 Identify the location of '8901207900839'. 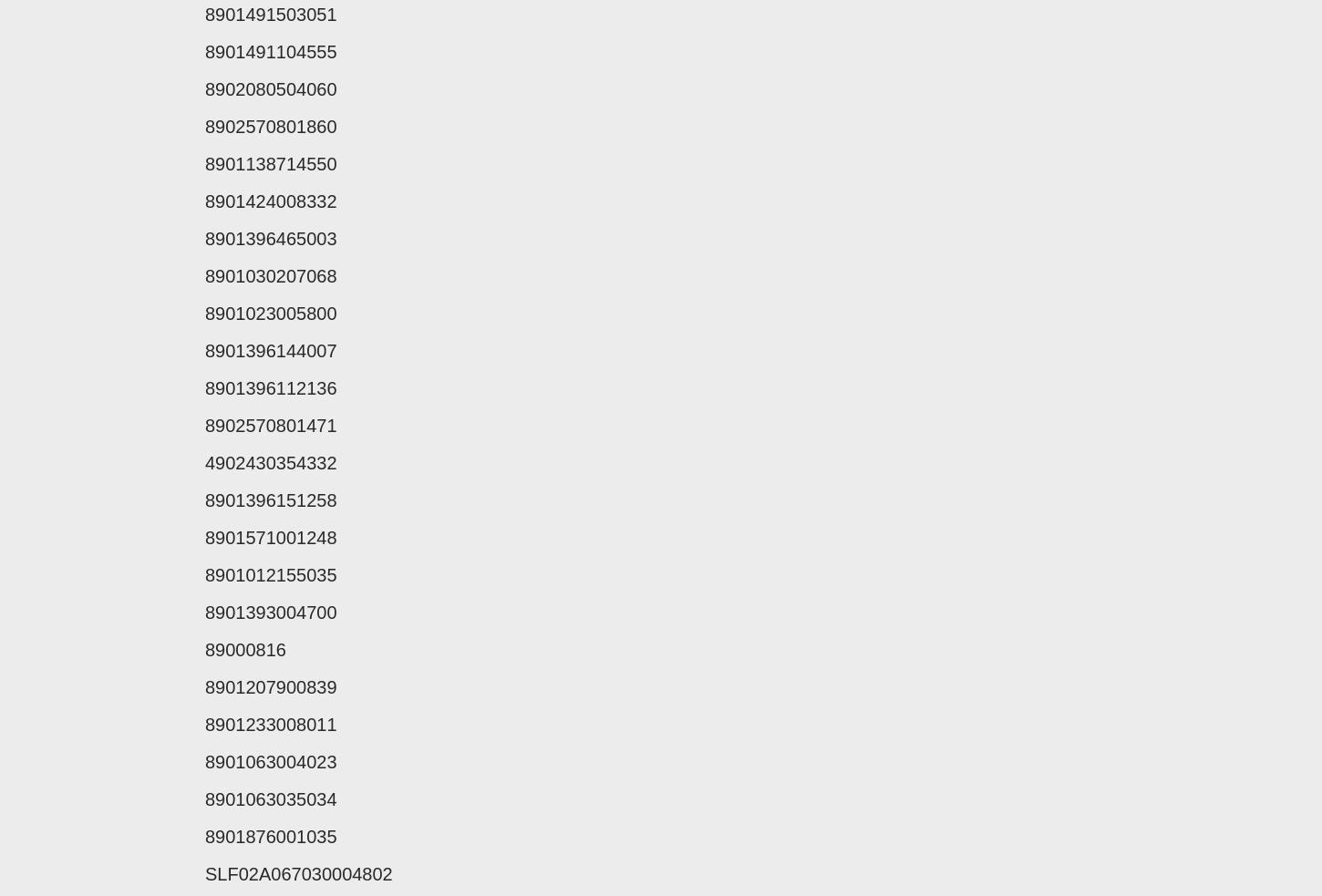
(270, 685).